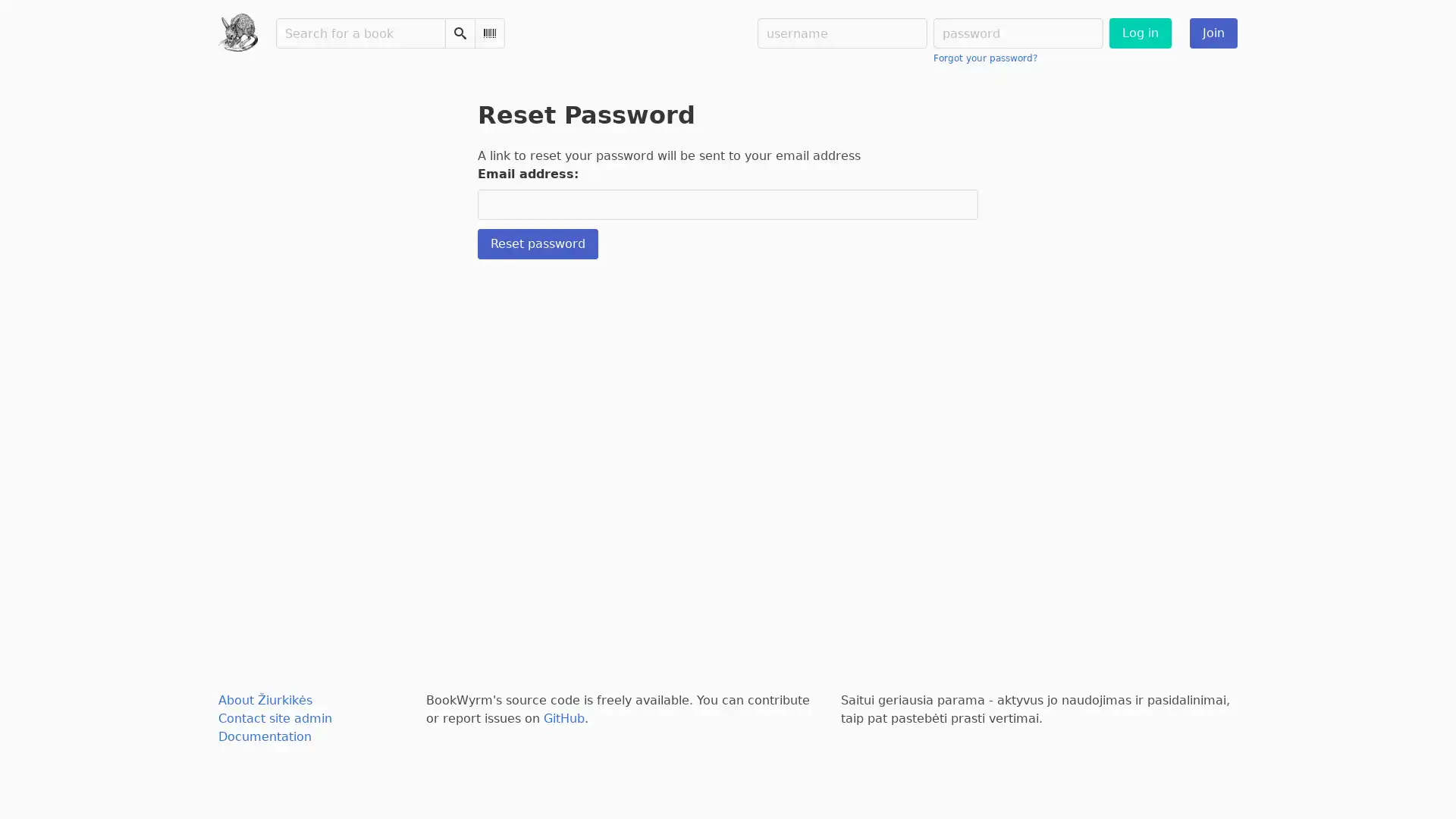  I want to click on Search, so click(458, 33).